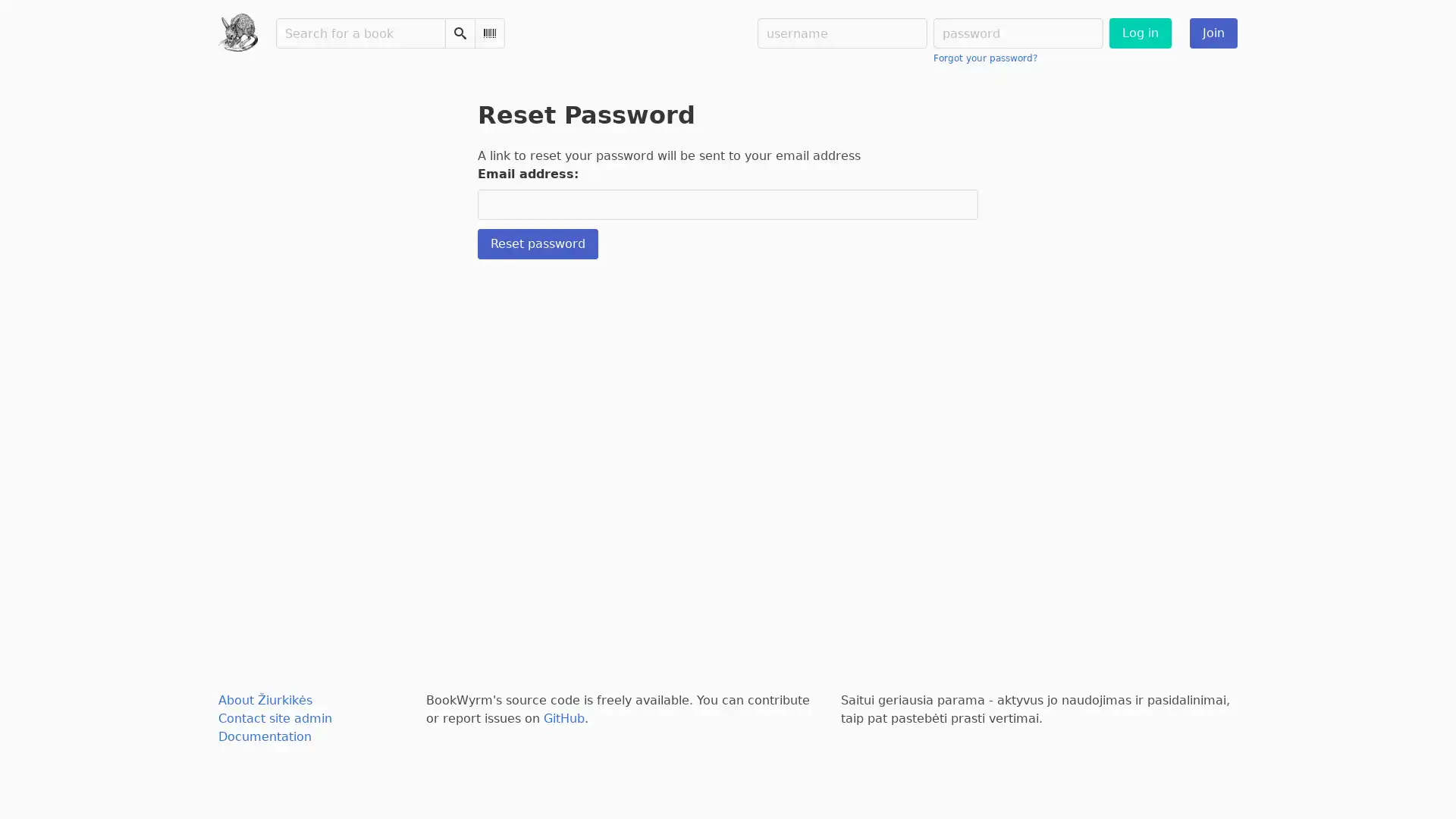  I want to click on Search, so click(458, 33).